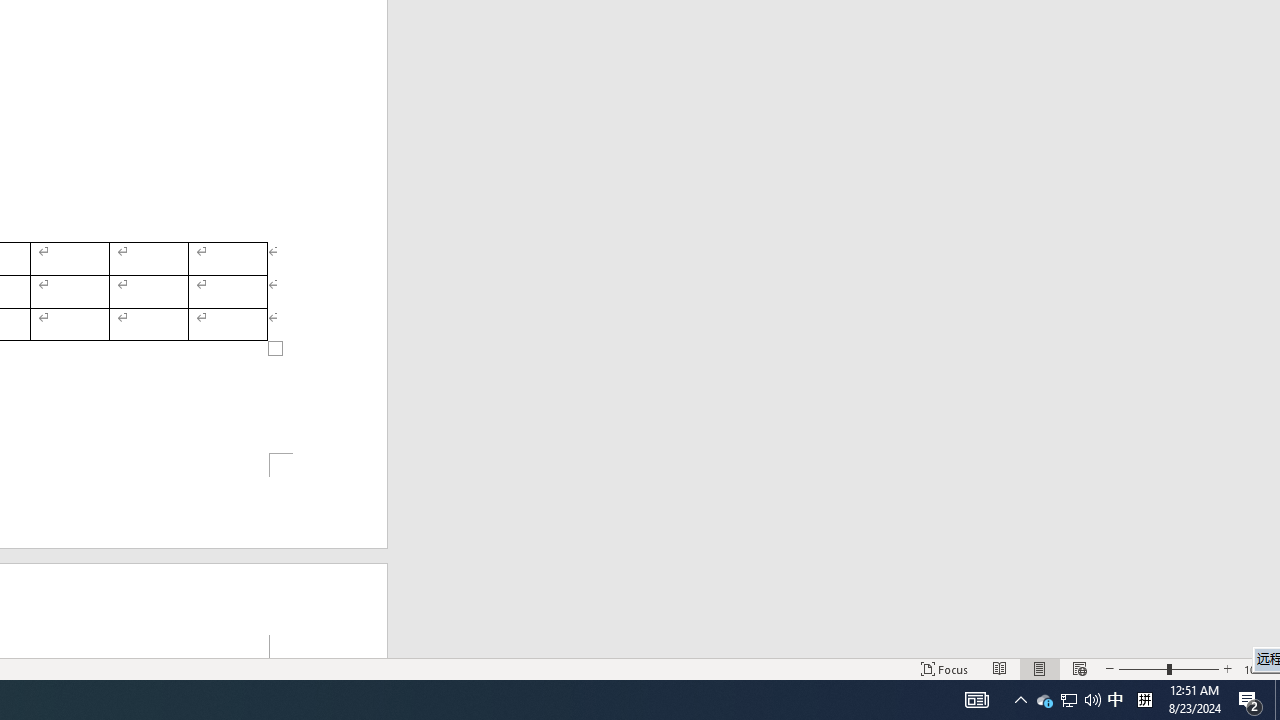  I want to click on 'Zoom 100%', so click(1257, 669).